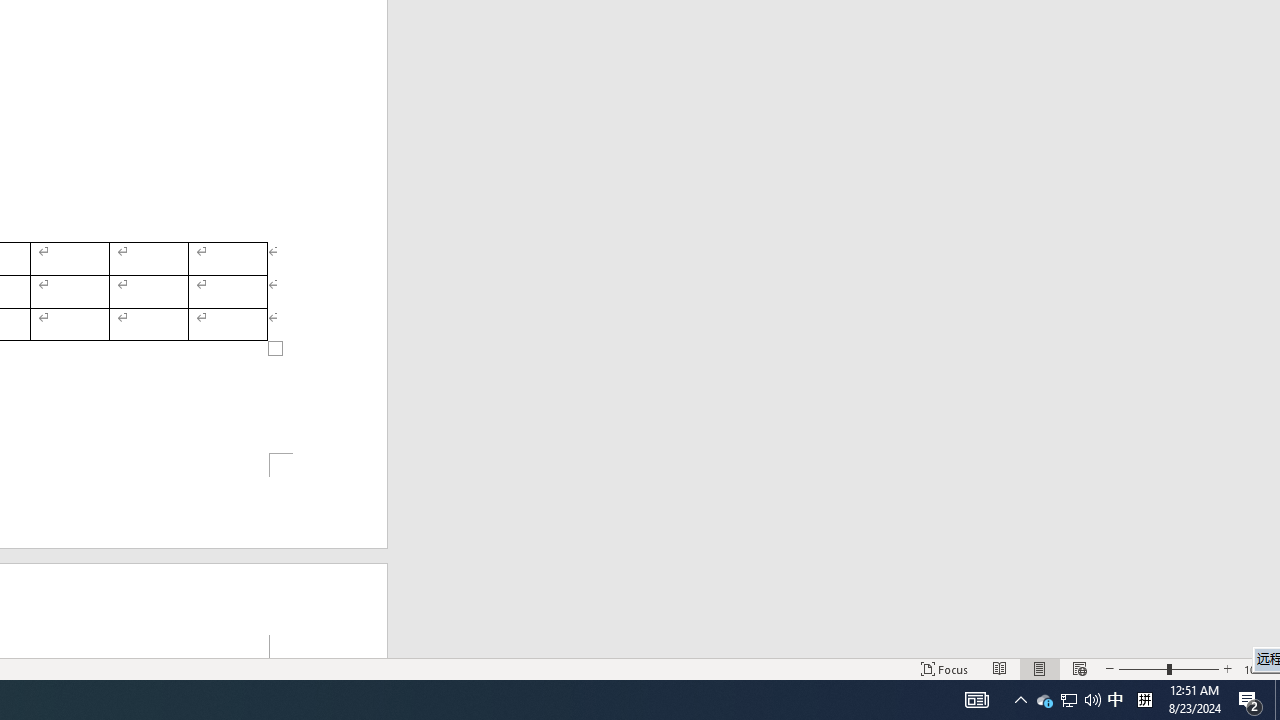  I want to click on 'Zoom 100%', so click(1257, 669).